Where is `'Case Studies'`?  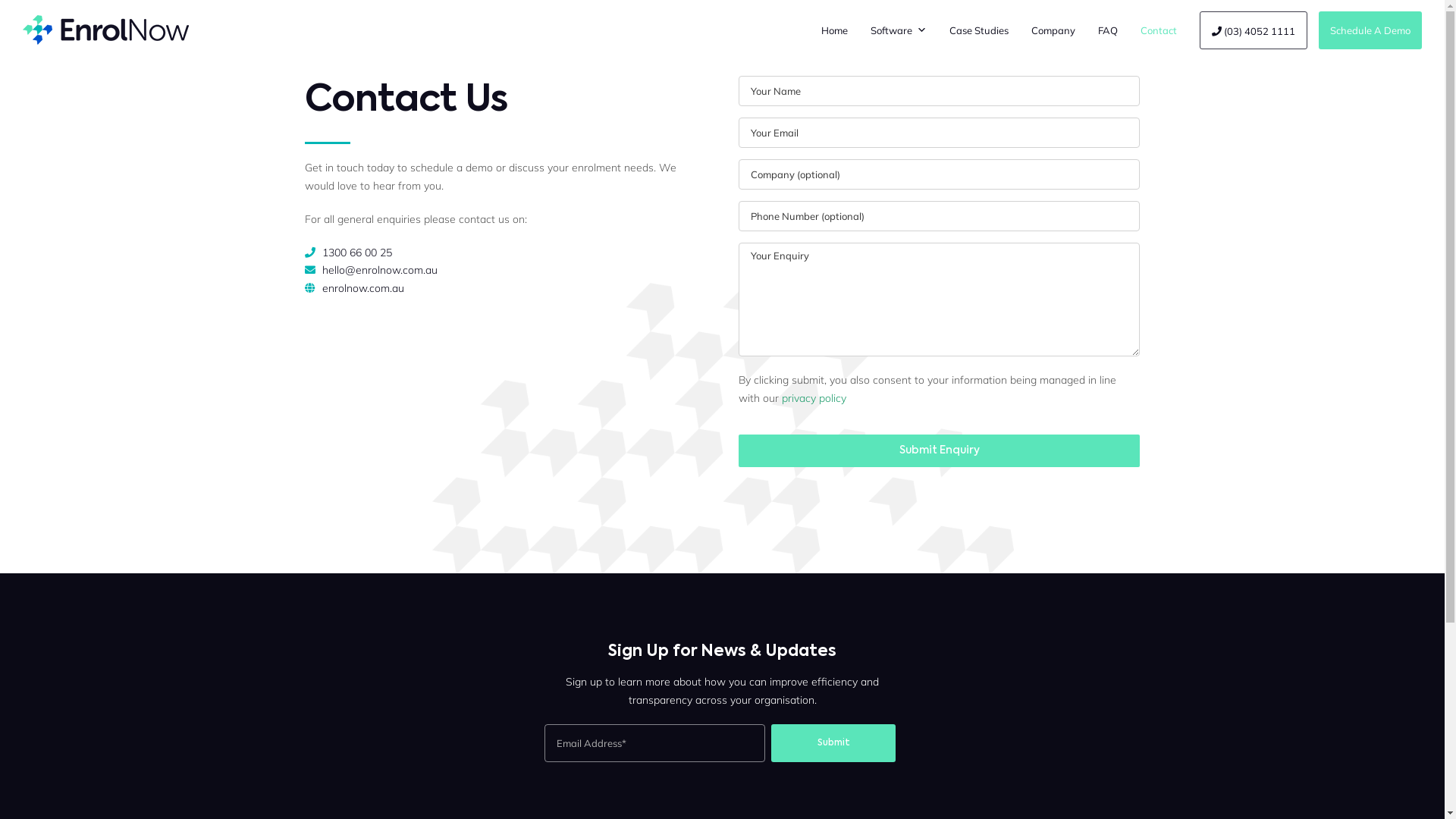
'Case Studies' is located at coordinates (979, 30).